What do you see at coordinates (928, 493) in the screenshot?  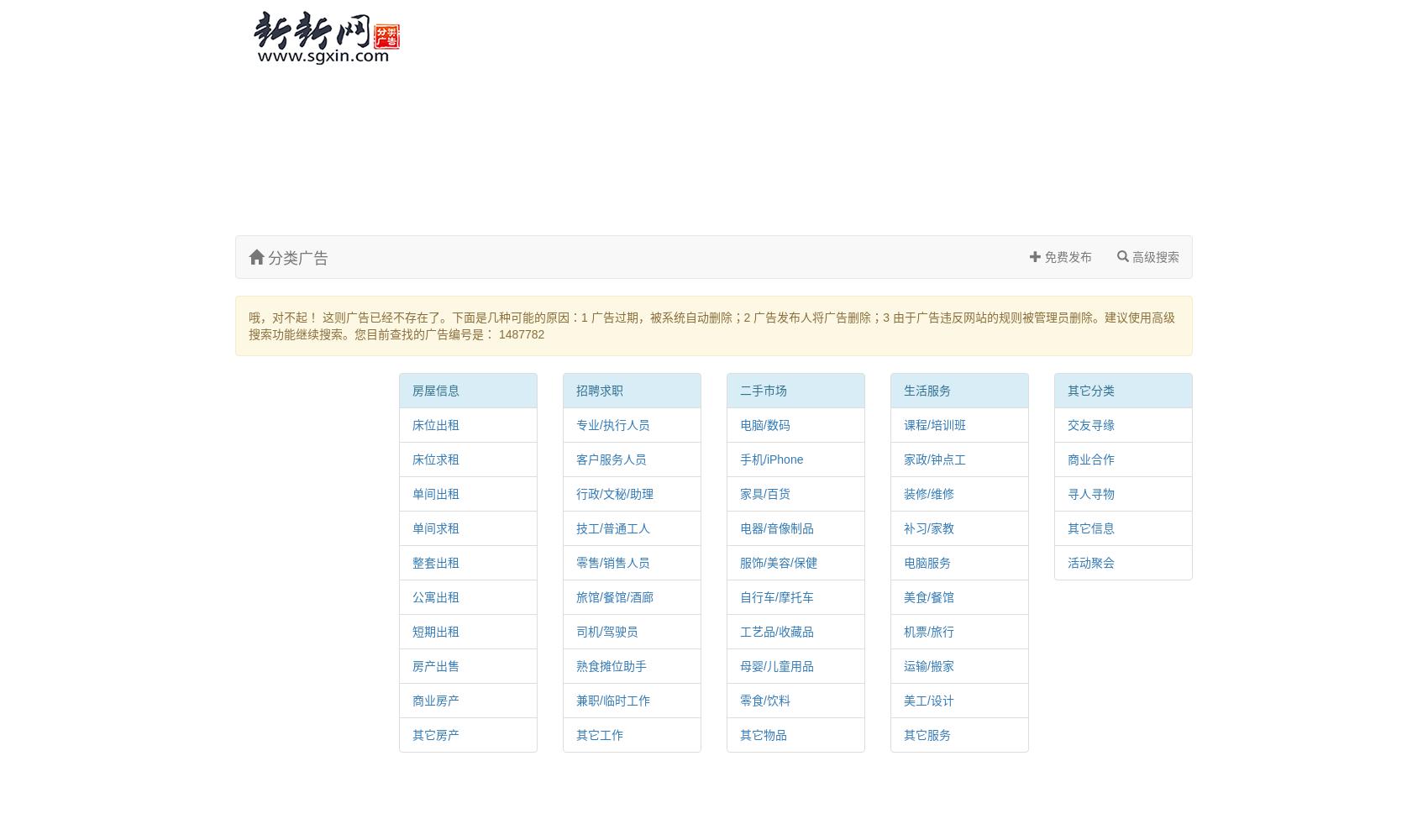 I see `'装修/维修'` at bounding box center [928, 493].